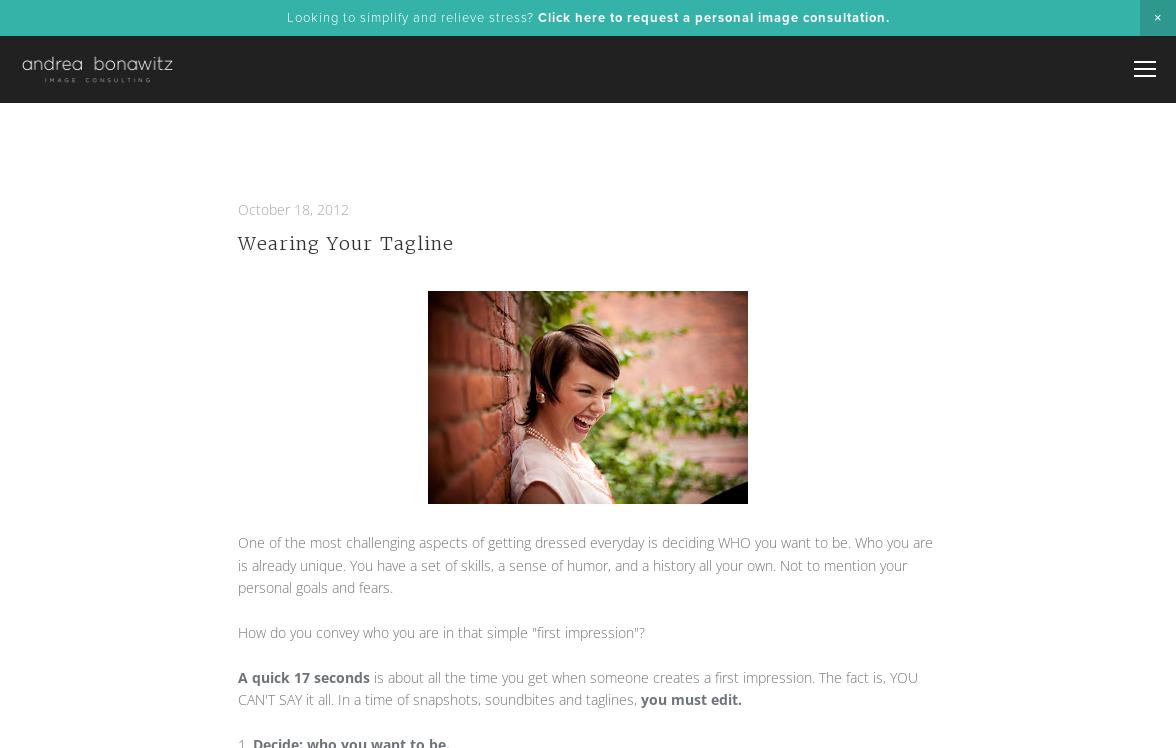 The height and width of the screenshot is (748, 1176). What do you see at coordinates (1025, 219) in the screenshot?
I see `'Free Men's Advice'` at bounding box center [1025, 219].